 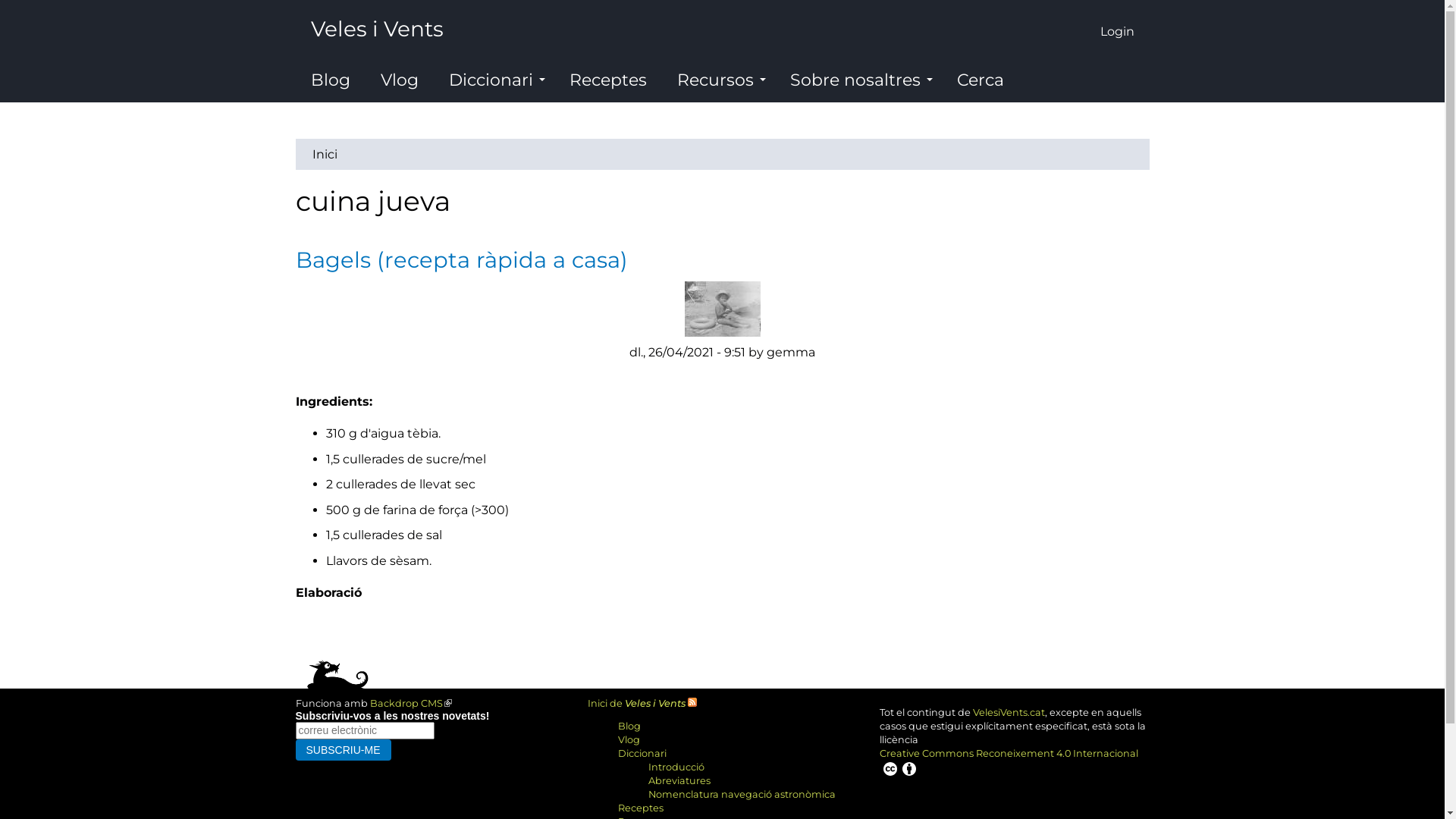 I want to click on 'imatge de gemma', so click(x=720, y=308).